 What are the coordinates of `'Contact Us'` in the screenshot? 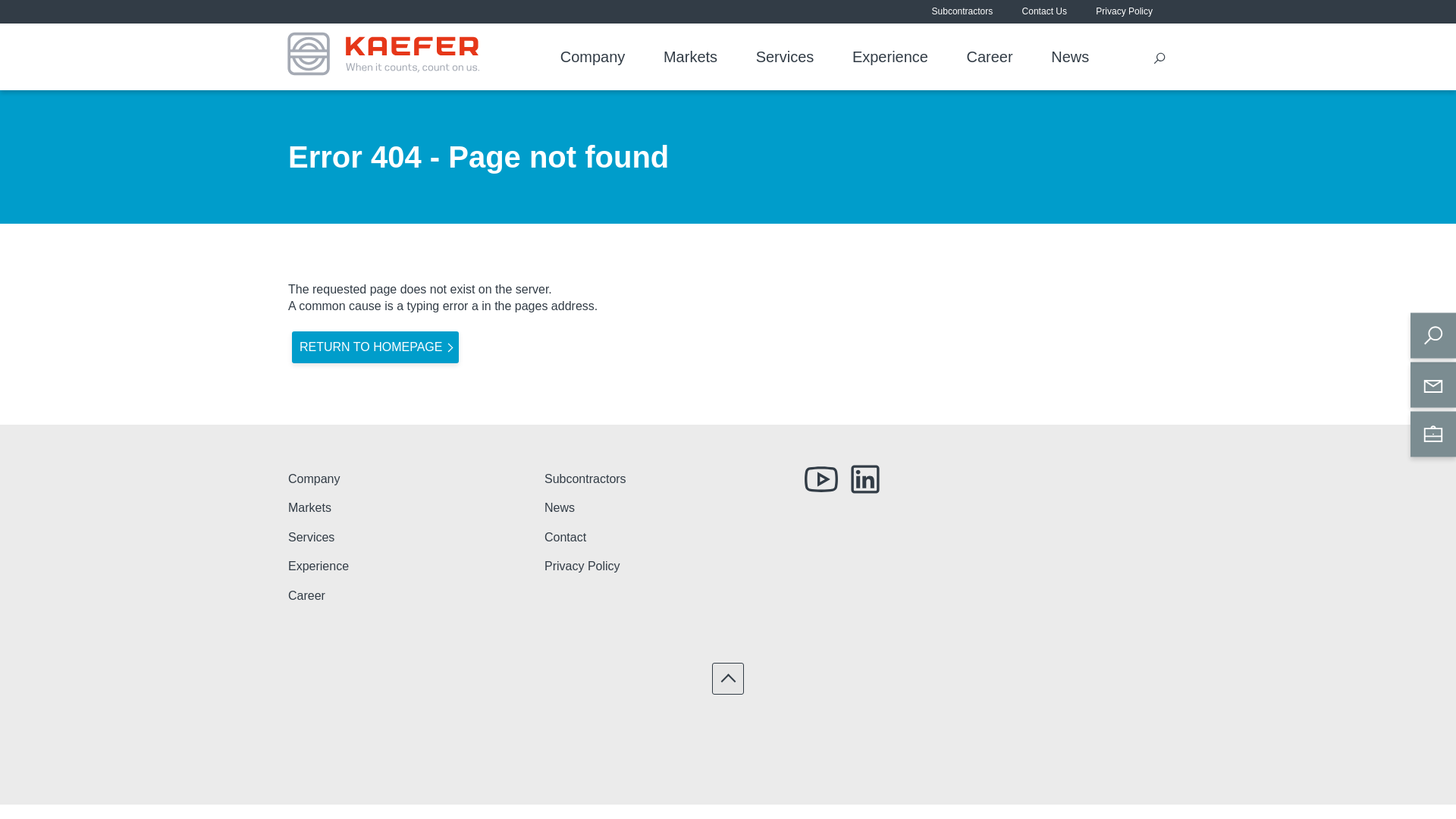 It's located at (1022, 11).